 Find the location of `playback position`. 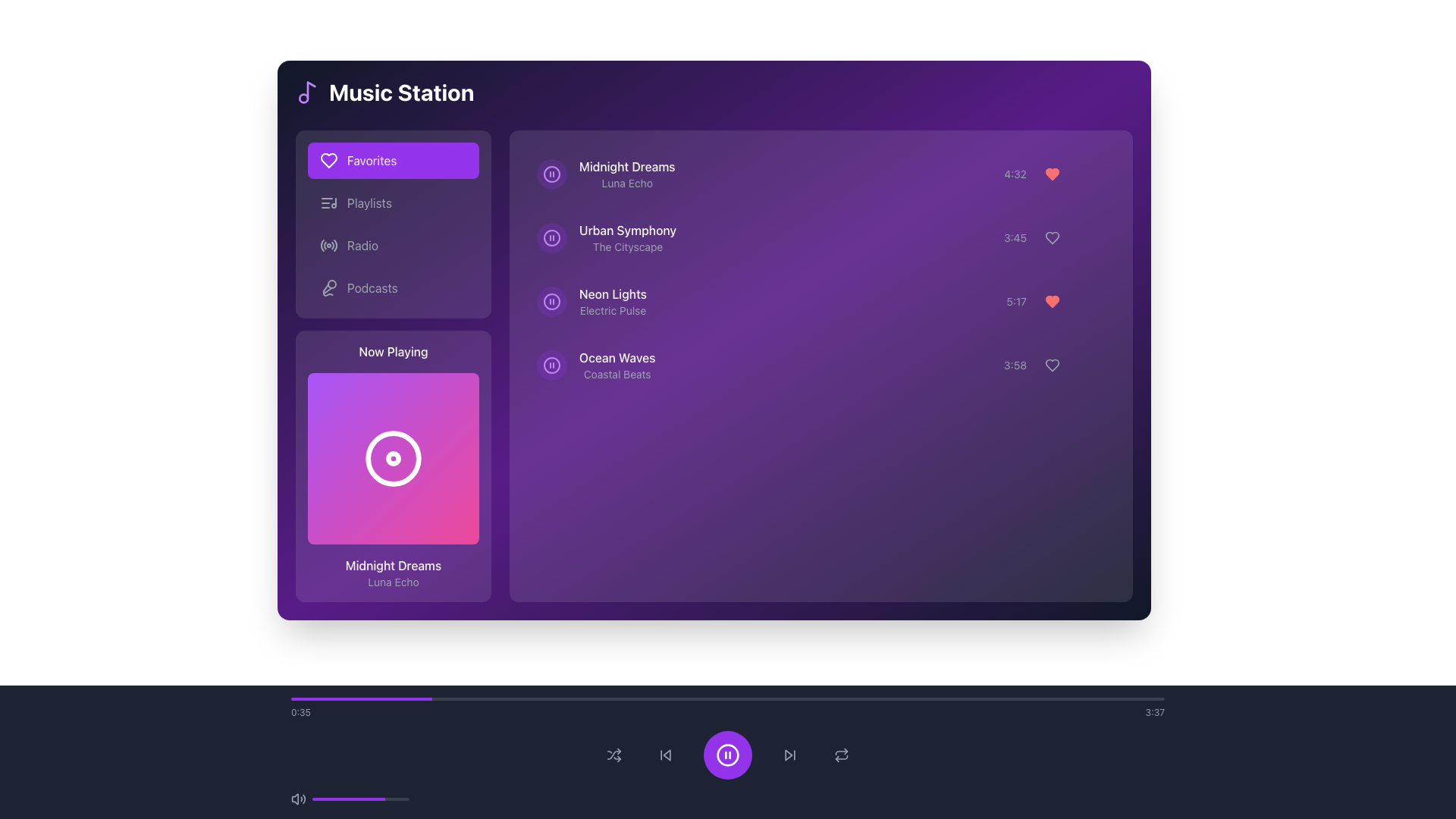

playback position is located at coordinates (802, 698).